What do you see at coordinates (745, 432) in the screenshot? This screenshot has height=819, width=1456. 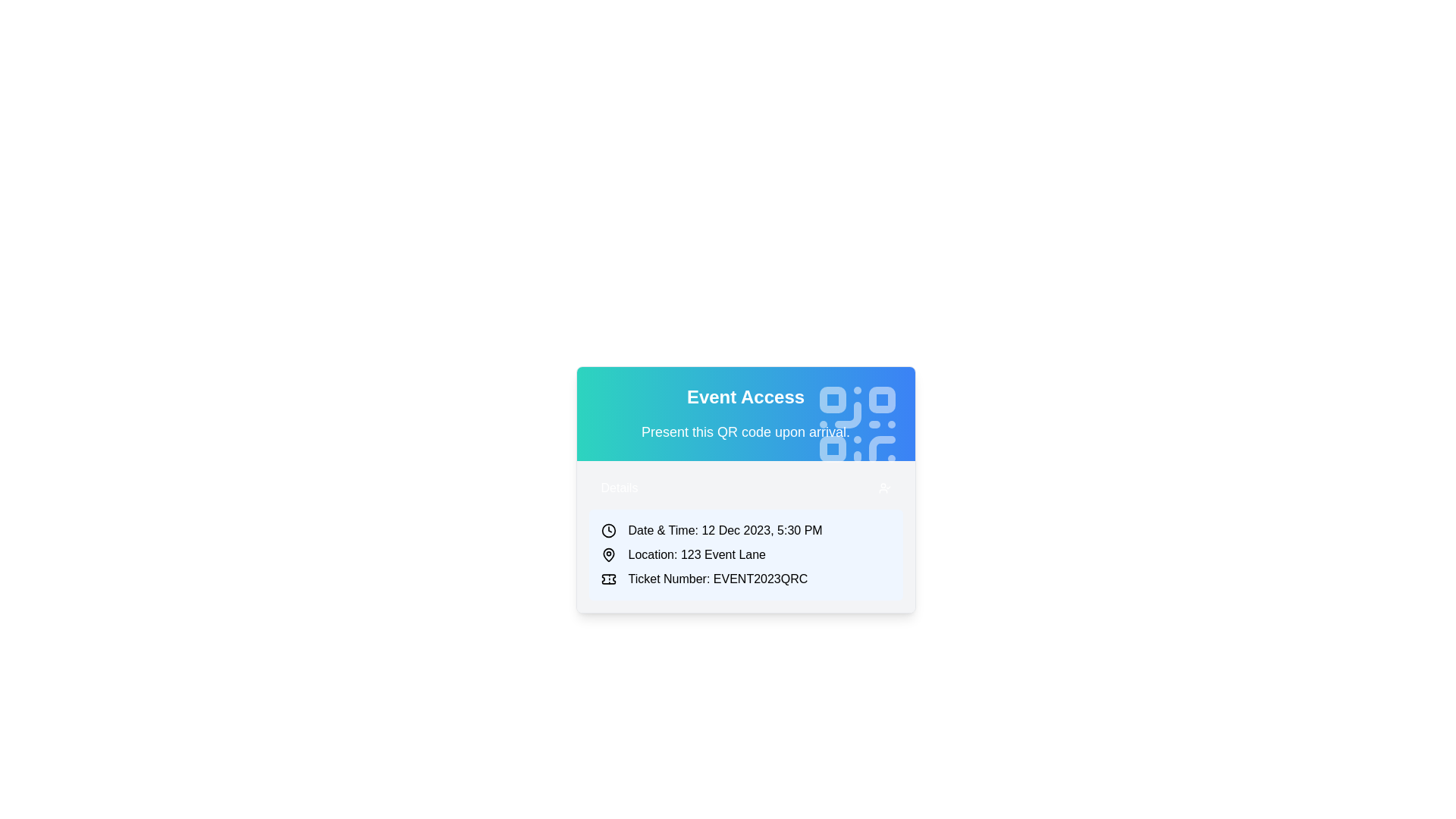 I see `instruction displayed in the text label that says 'Present this QR code upon arrival.' which is styled with white text on a gradient background and positioned below the 'Event Access' label` at bounding box center [745, 432].